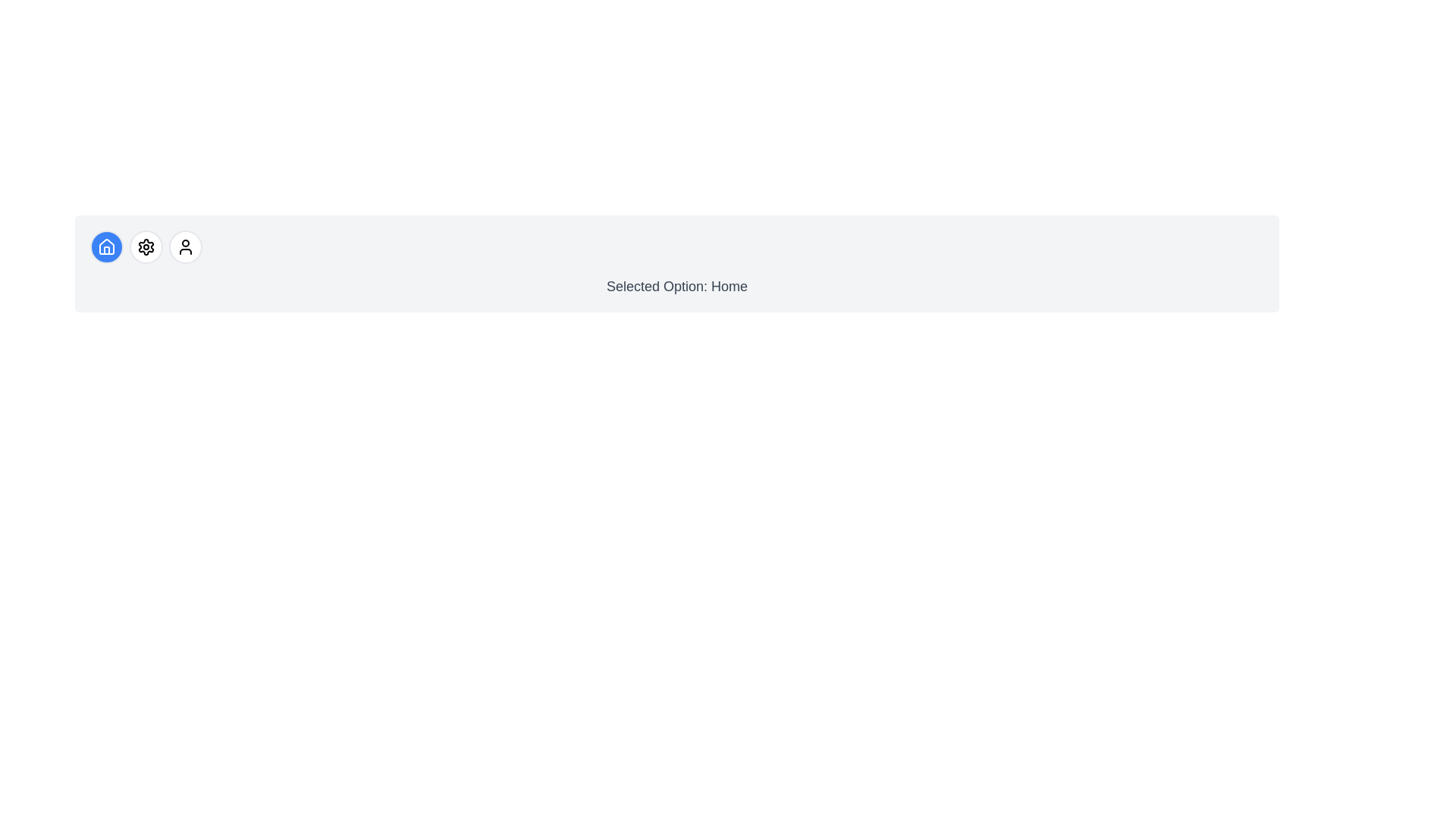 The height and width of the screenshot is (819, 1456). Describe the element at coordinates (184, 246) in the screenshot. I see `the icon button corresponding to user` at that location.